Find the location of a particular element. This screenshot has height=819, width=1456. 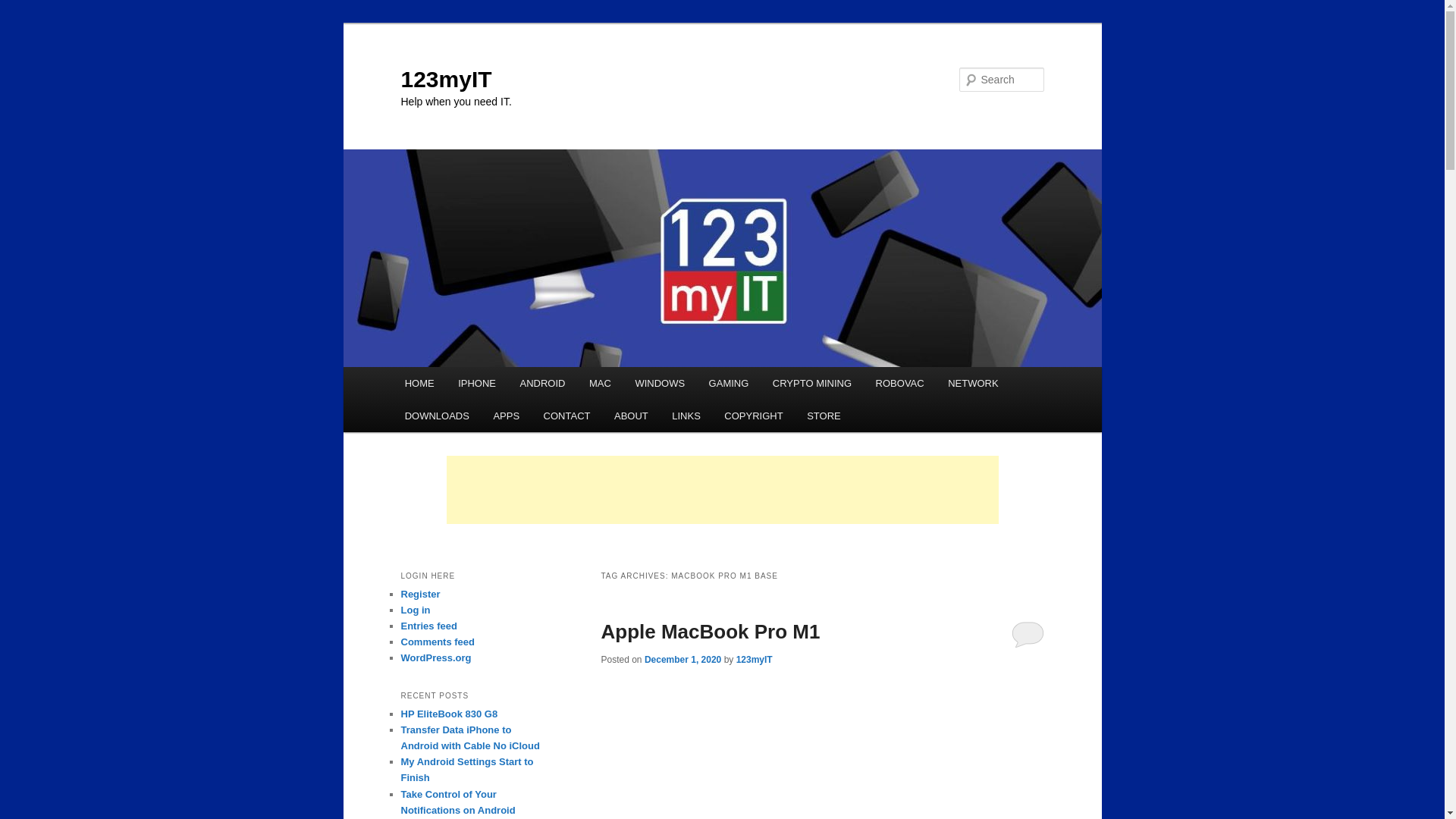

'December 1, 2020' is located at coordinates (682, 659).